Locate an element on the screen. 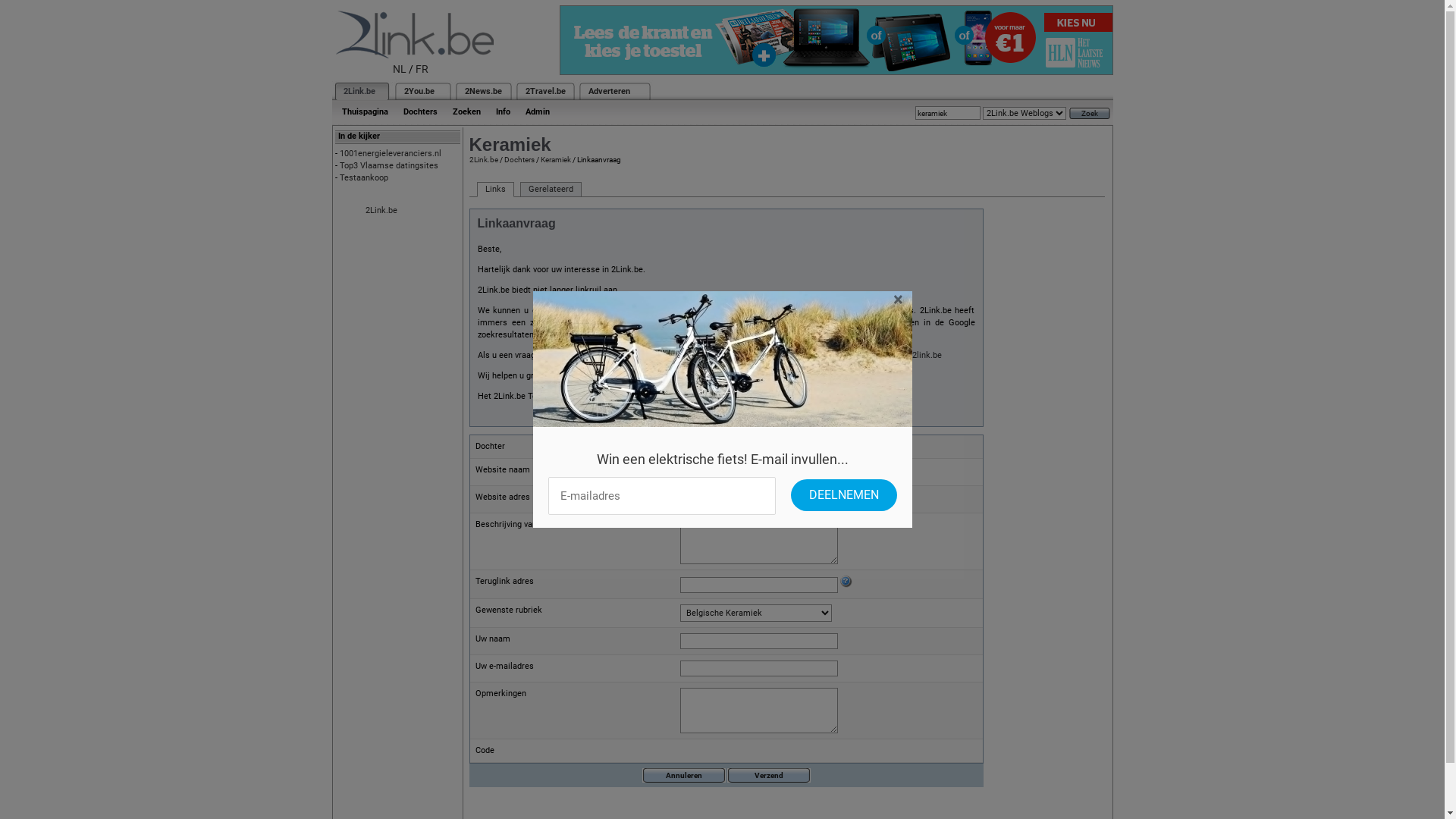 The width and height of the screenshot is (1456, 819). 'Keramiek' is located at coordinates (554, 159).